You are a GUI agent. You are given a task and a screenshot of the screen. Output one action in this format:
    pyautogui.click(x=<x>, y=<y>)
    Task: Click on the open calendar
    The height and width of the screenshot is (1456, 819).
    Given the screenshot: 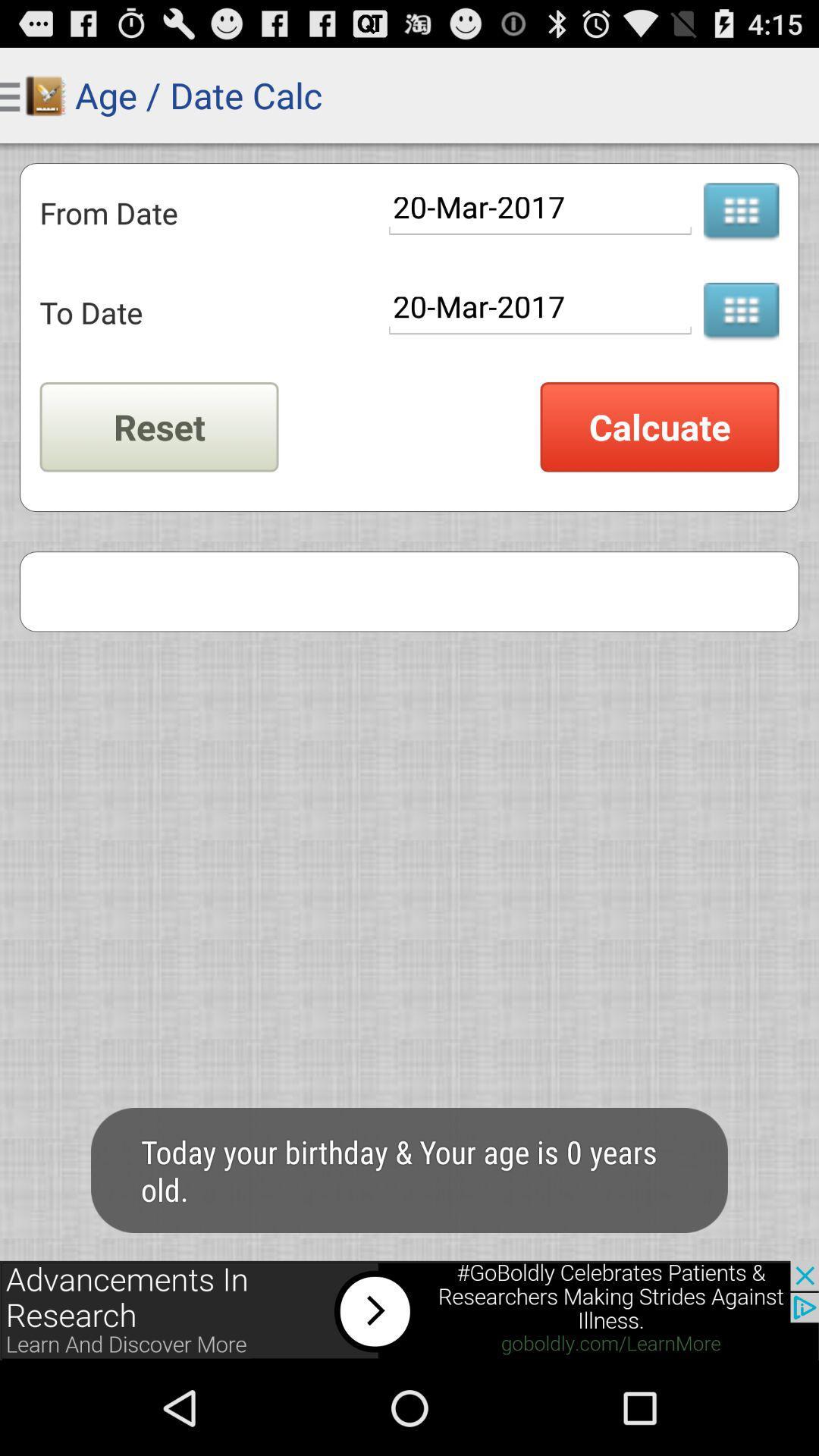 What is the action you would take?
    pyautogui.click(x=740, y=312)
    